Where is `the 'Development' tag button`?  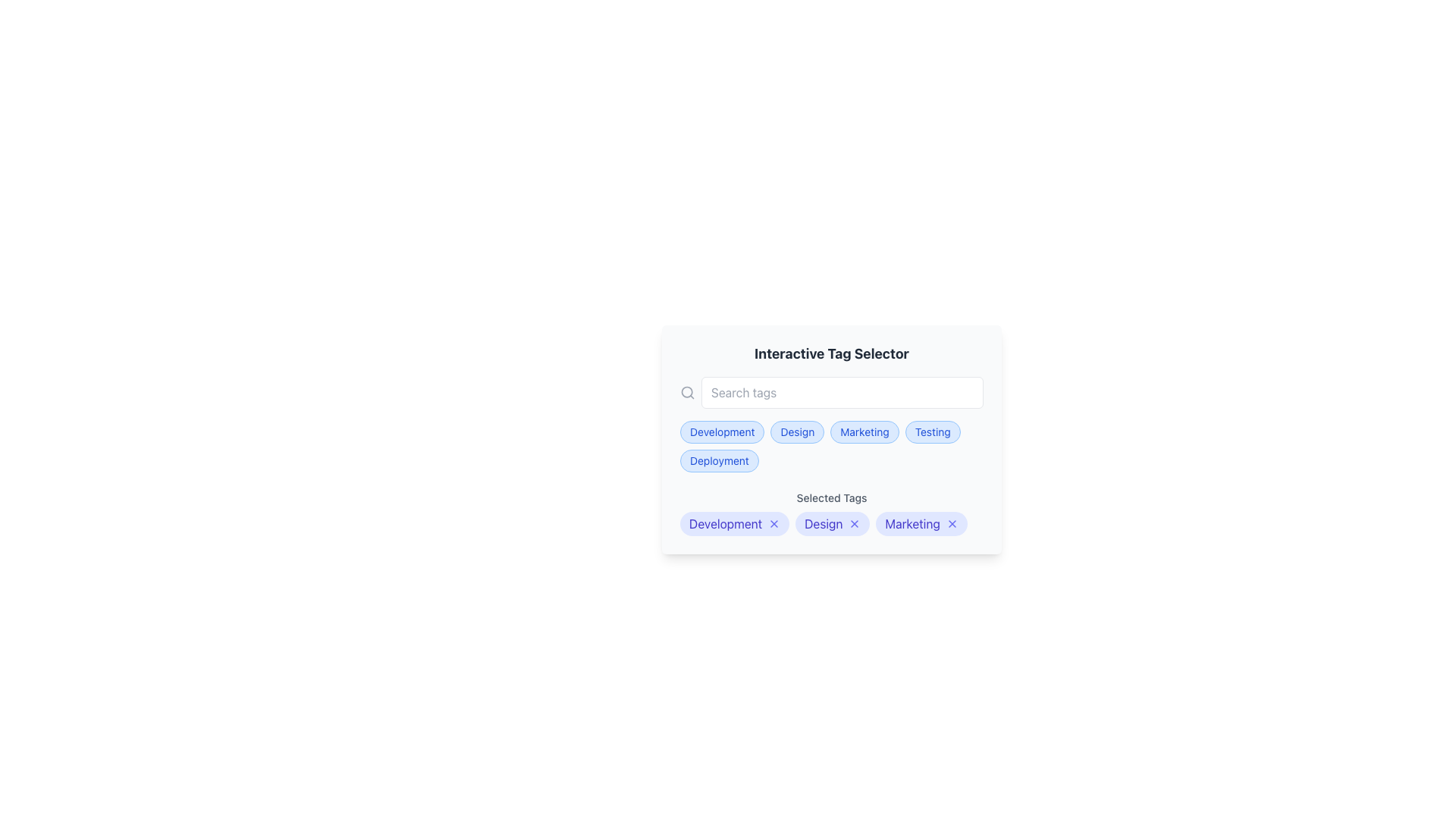
the 'Development' tag button is located at coordinates (721, 432).